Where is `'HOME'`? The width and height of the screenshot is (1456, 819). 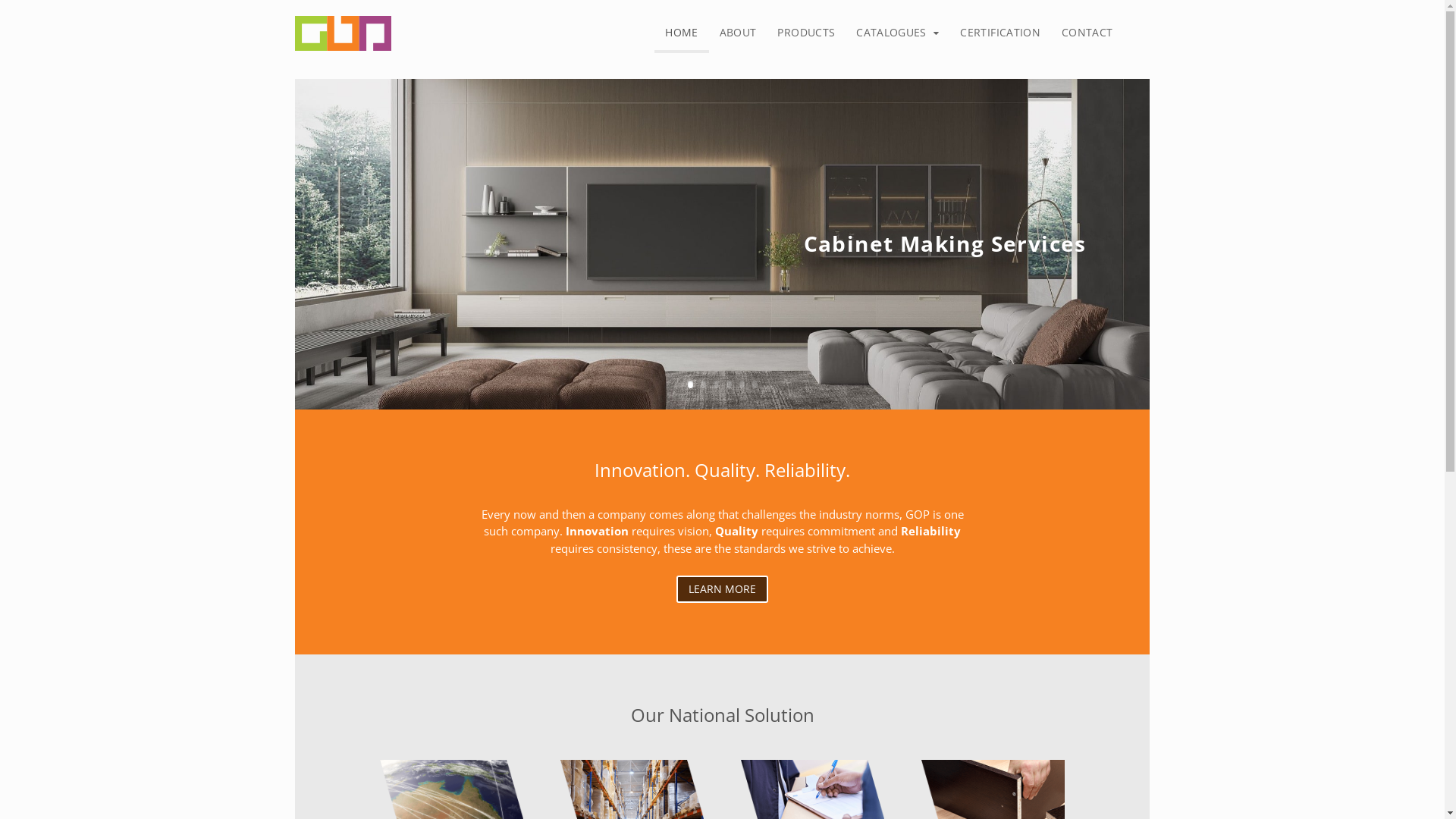
'HOME' is located at coordinates (680, 34).